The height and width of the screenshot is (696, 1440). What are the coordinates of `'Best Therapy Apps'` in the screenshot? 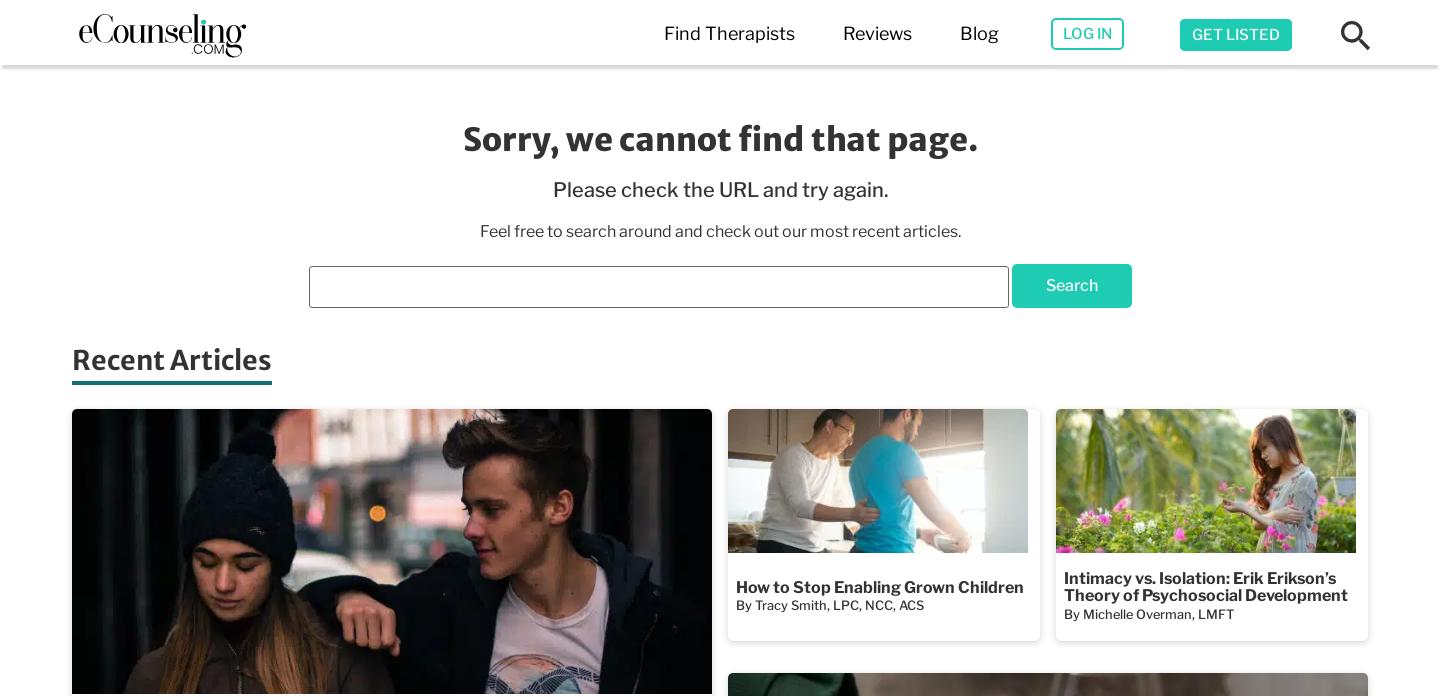 It's located at (510, 296).